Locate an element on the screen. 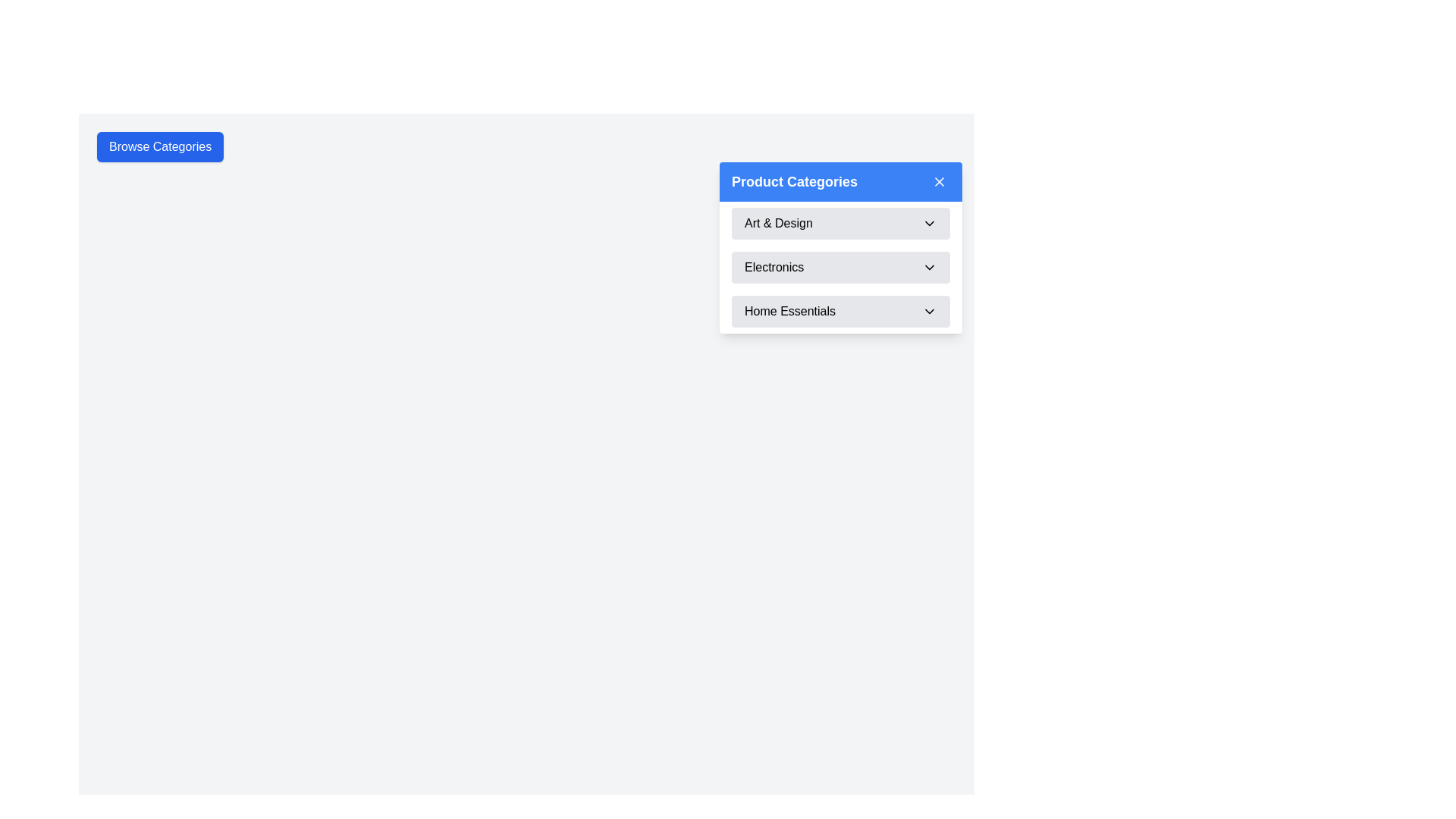  the 'Home Essentials' dropdown item is located at coordinates (839, 311).